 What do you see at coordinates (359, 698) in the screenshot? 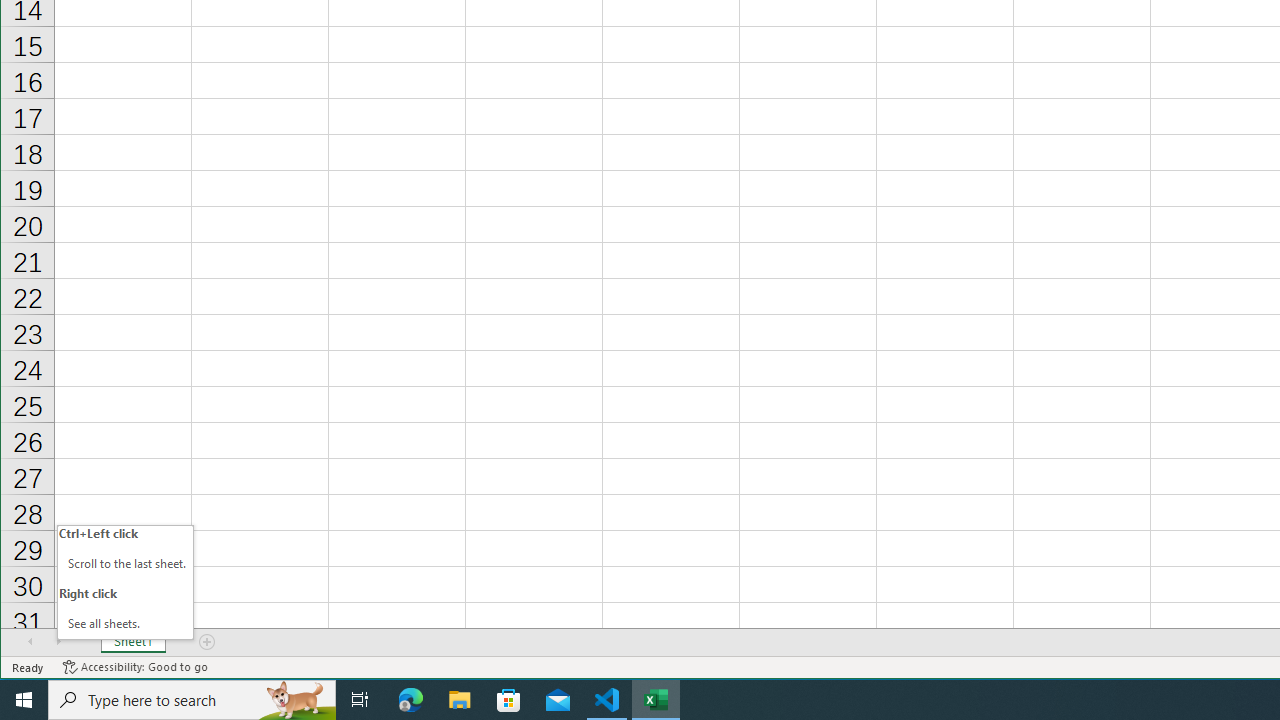
I see `'Task View'` at bounding box center [359, 698].